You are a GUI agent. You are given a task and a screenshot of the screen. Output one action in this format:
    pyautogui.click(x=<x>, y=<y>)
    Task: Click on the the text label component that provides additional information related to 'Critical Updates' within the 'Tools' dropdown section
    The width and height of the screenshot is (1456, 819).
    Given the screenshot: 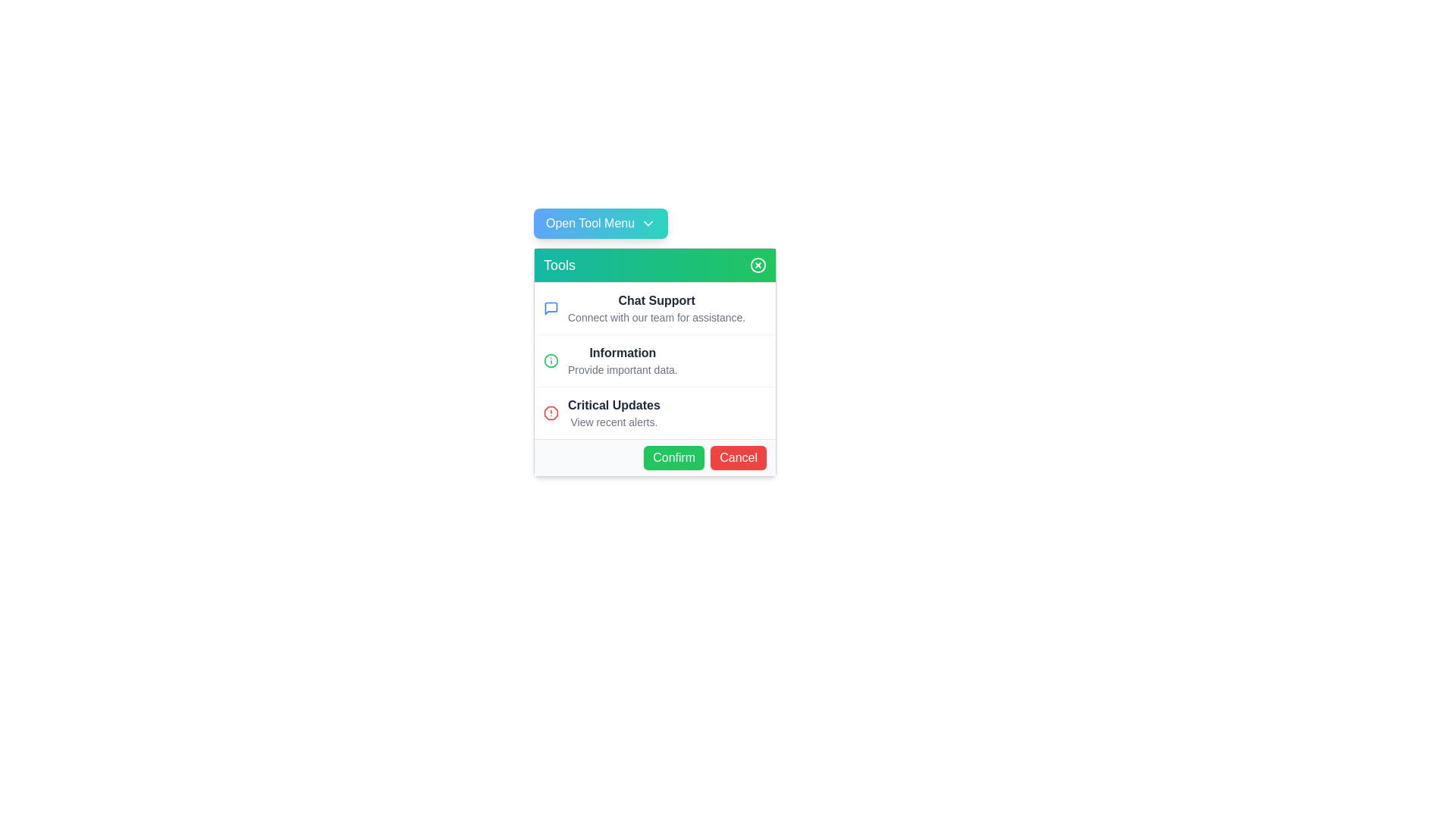 What is the action you would take?
    pyautogui.click(x=613, y=422)
    